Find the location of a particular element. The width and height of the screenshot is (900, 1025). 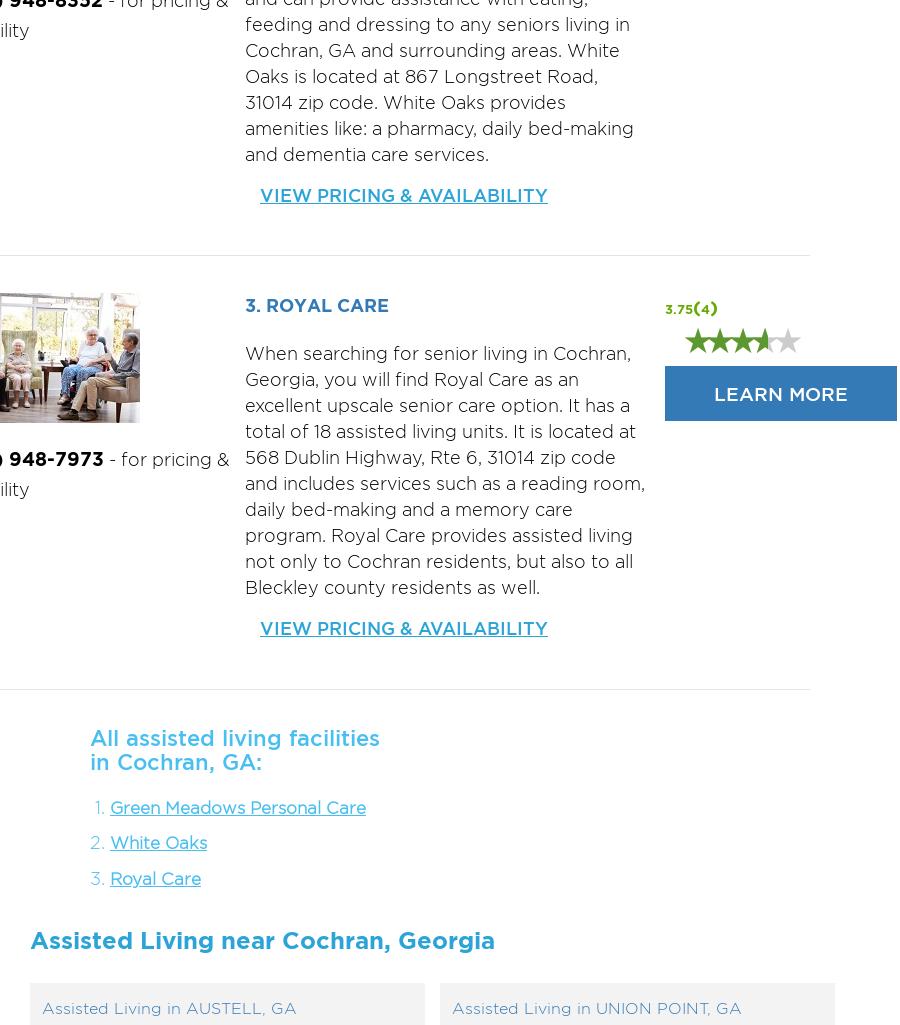

'Assisted Living near Cochran, Georgia' is located at coordinates (261, 939).